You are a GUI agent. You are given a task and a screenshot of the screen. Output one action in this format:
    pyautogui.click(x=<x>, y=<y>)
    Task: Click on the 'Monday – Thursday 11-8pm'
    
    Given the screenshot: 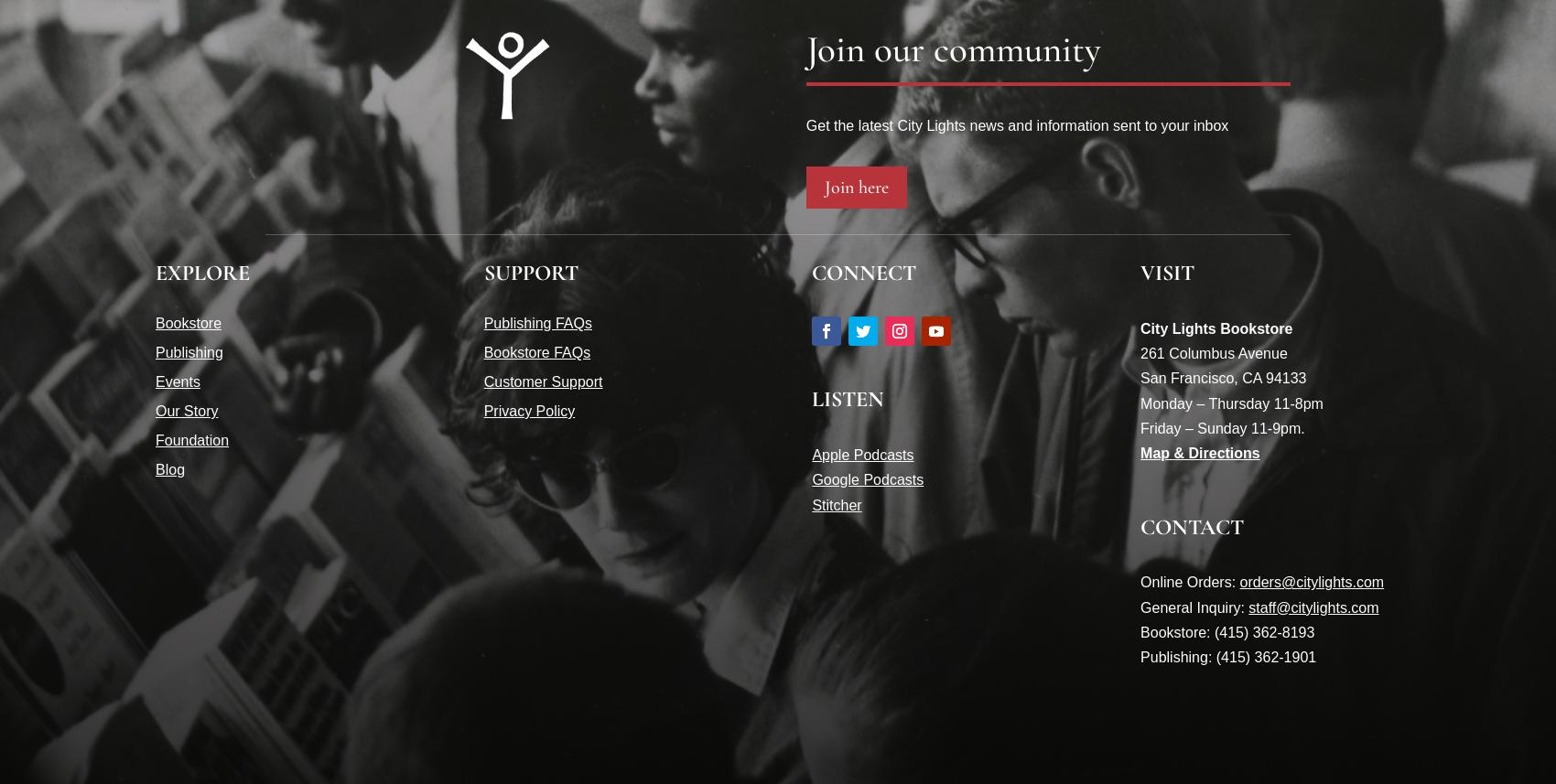 What is the action you would take?
    pyautogui.click(x=1231, y=402)
    